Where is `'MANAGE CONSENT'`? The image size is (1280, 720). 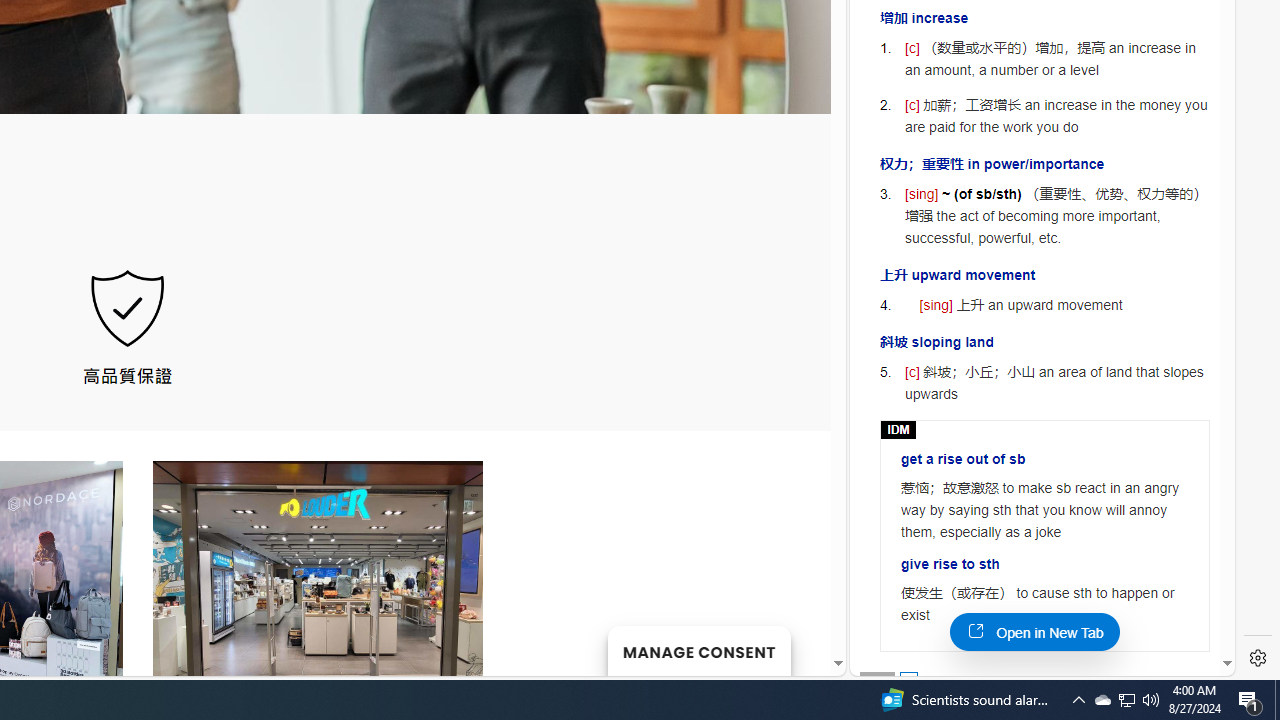 'MANAGE CONSENT' is located at coordinates (698, 650).